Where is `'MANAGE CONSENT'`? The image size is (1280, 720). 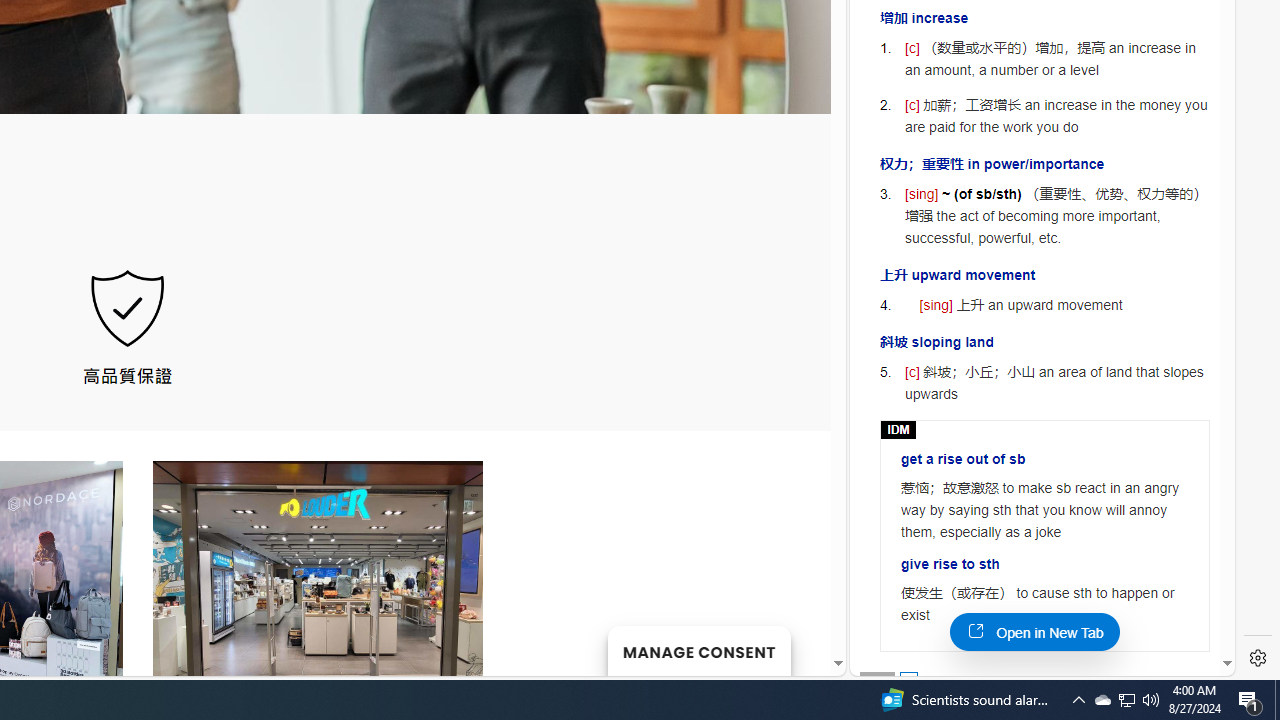 'MANAGE CONSENT' is located at coordinates (698, 650).